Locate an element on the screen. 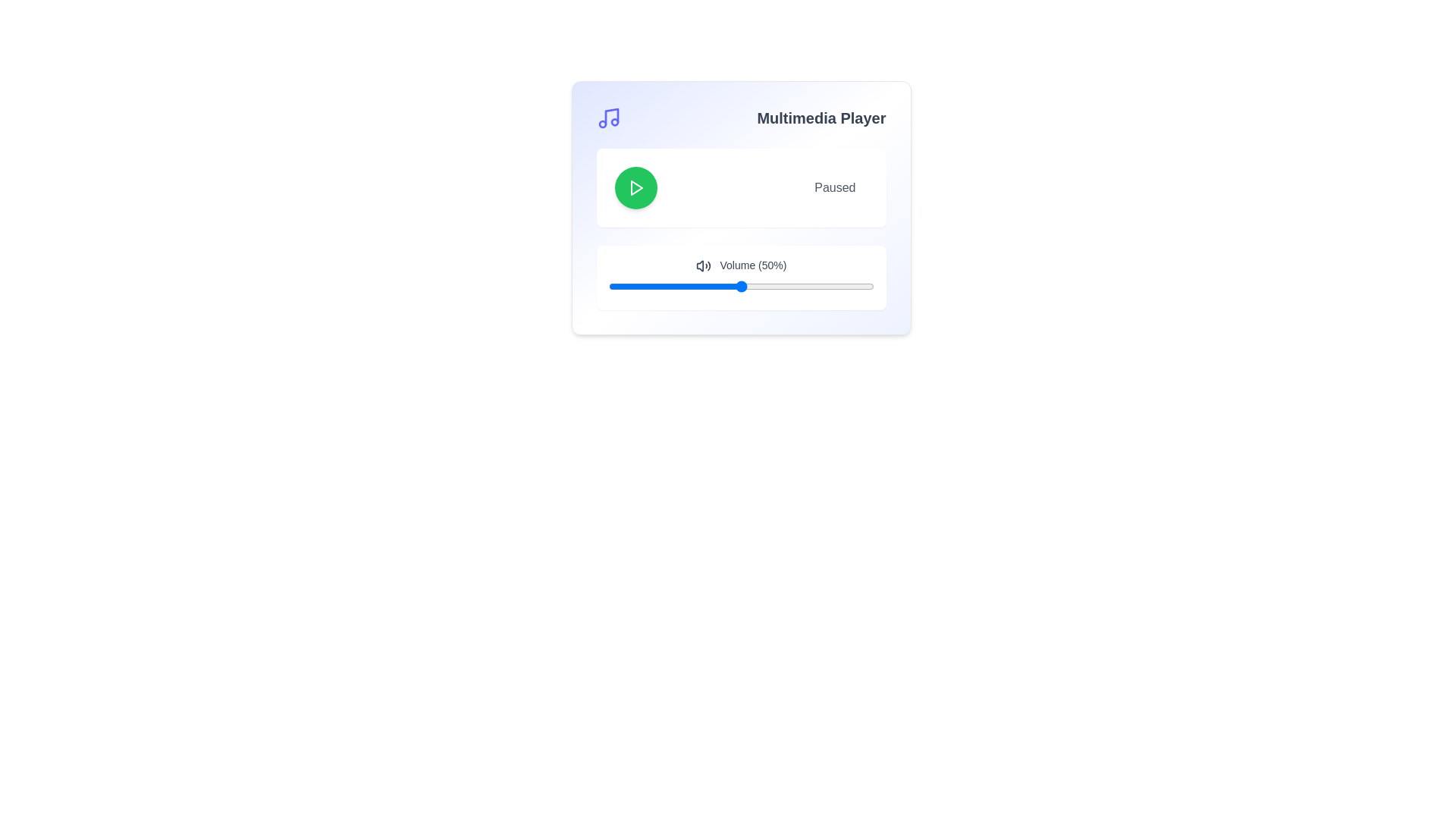 This screenshot has width=1456, height=819. volume is located at coordinates (801, 287).